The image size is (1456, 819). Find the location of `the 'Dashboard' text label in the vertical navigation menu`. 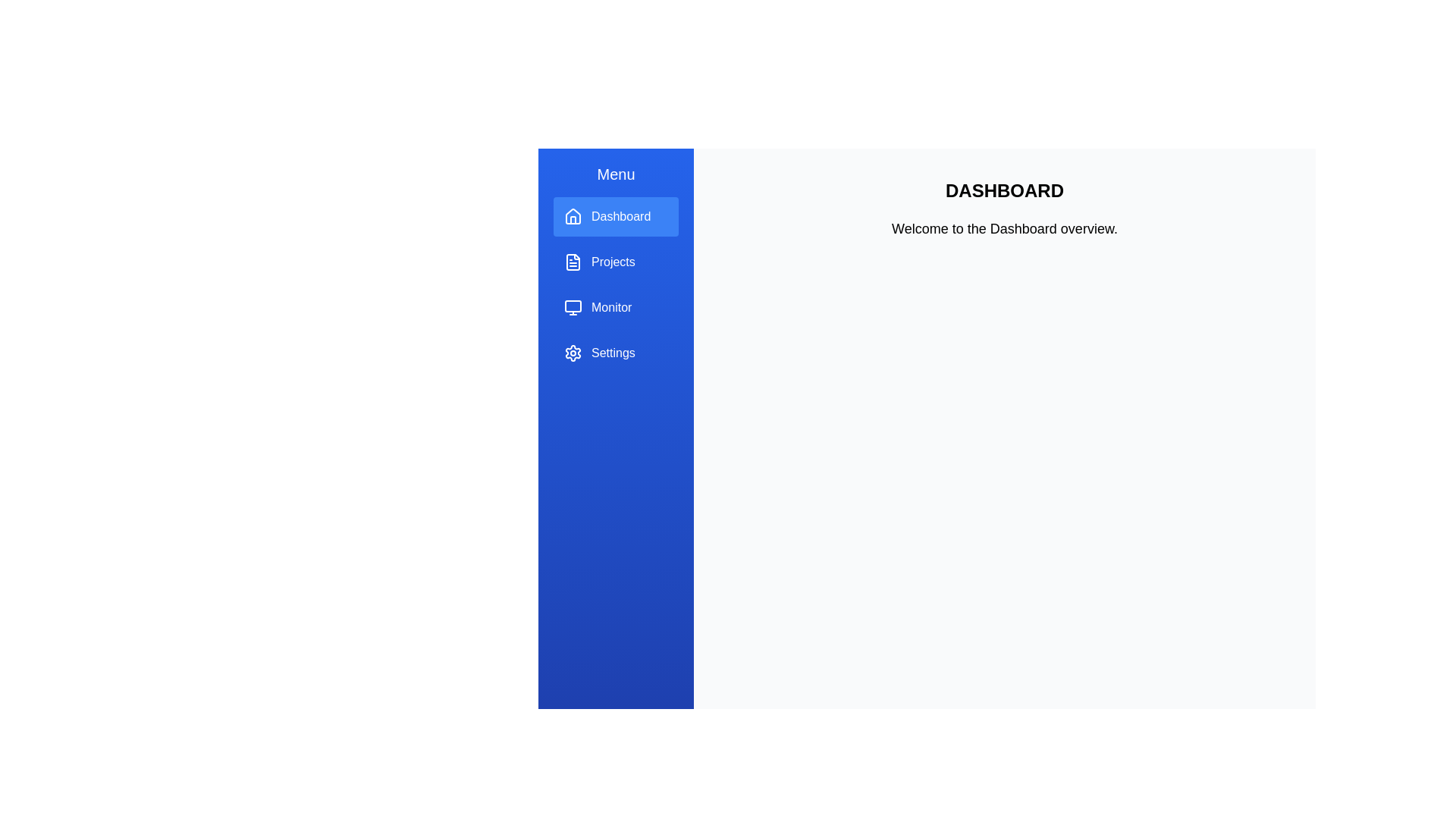

the 'Dashboard' text label in the vertical navigation menu is located at coordinates (621, 216).